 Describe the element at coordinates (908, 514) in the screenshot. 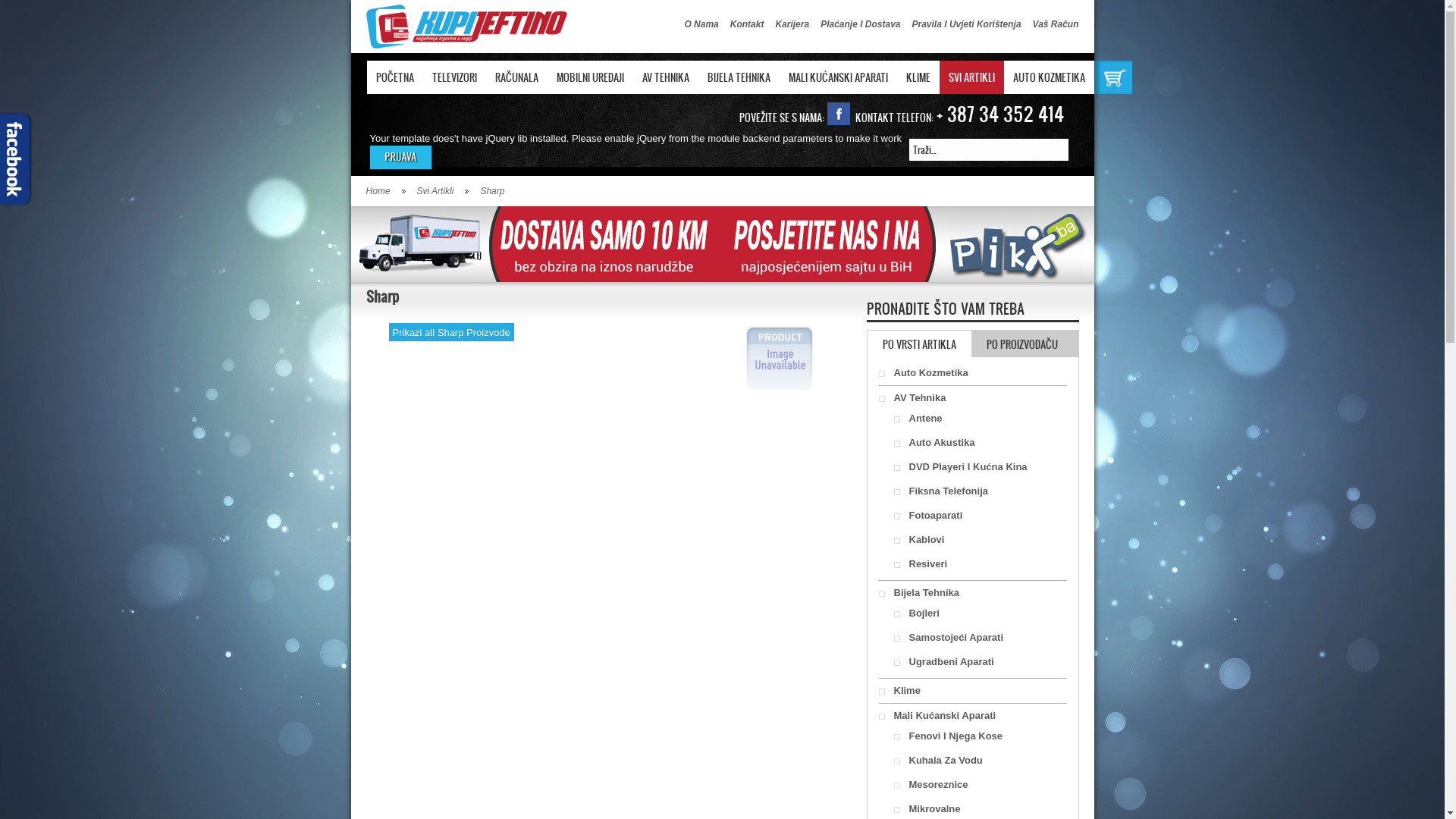

I see `'Fotoaparati'` at that location.